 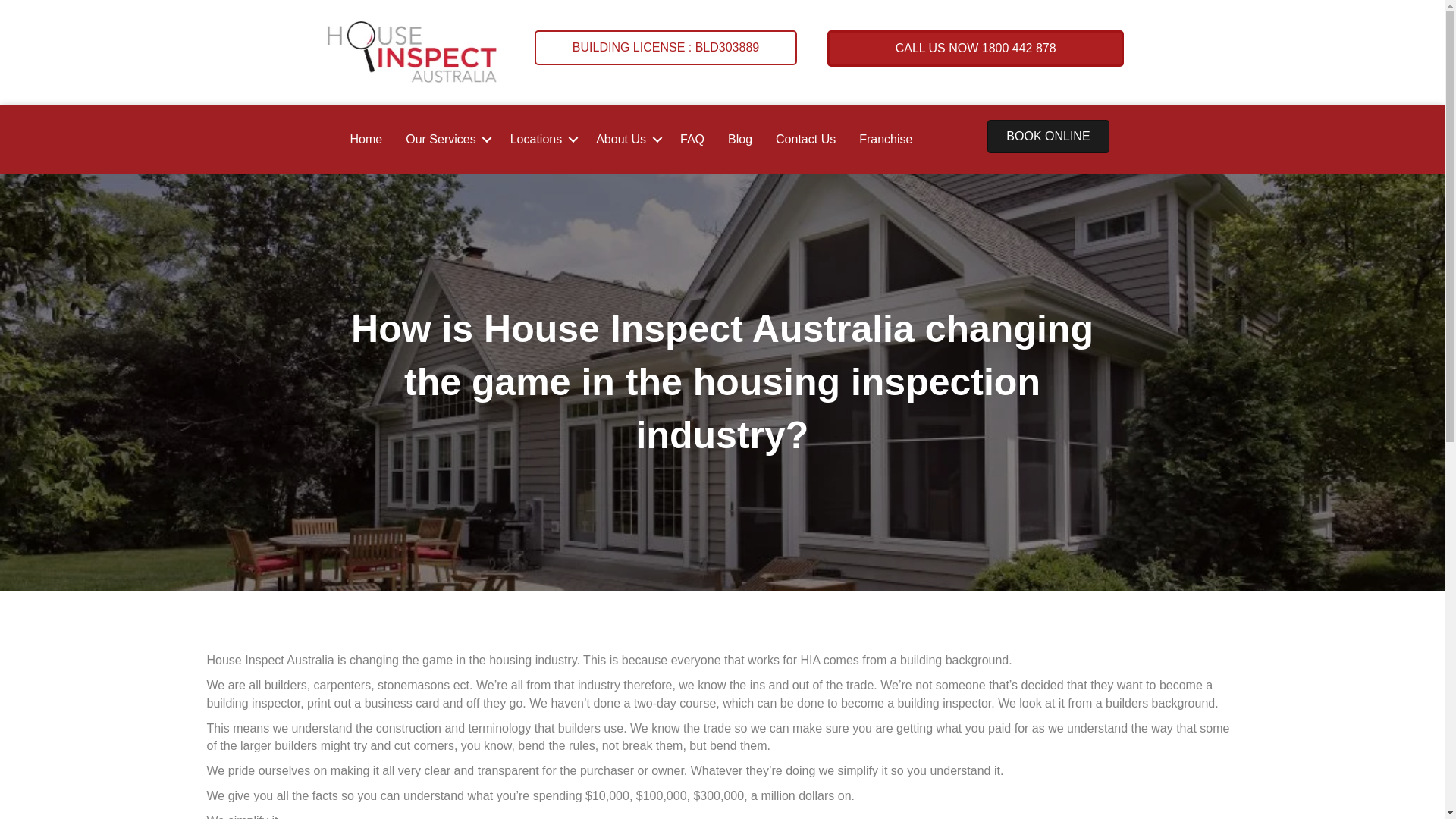 I want to click on 'Blog', so click(x=739, y=139).